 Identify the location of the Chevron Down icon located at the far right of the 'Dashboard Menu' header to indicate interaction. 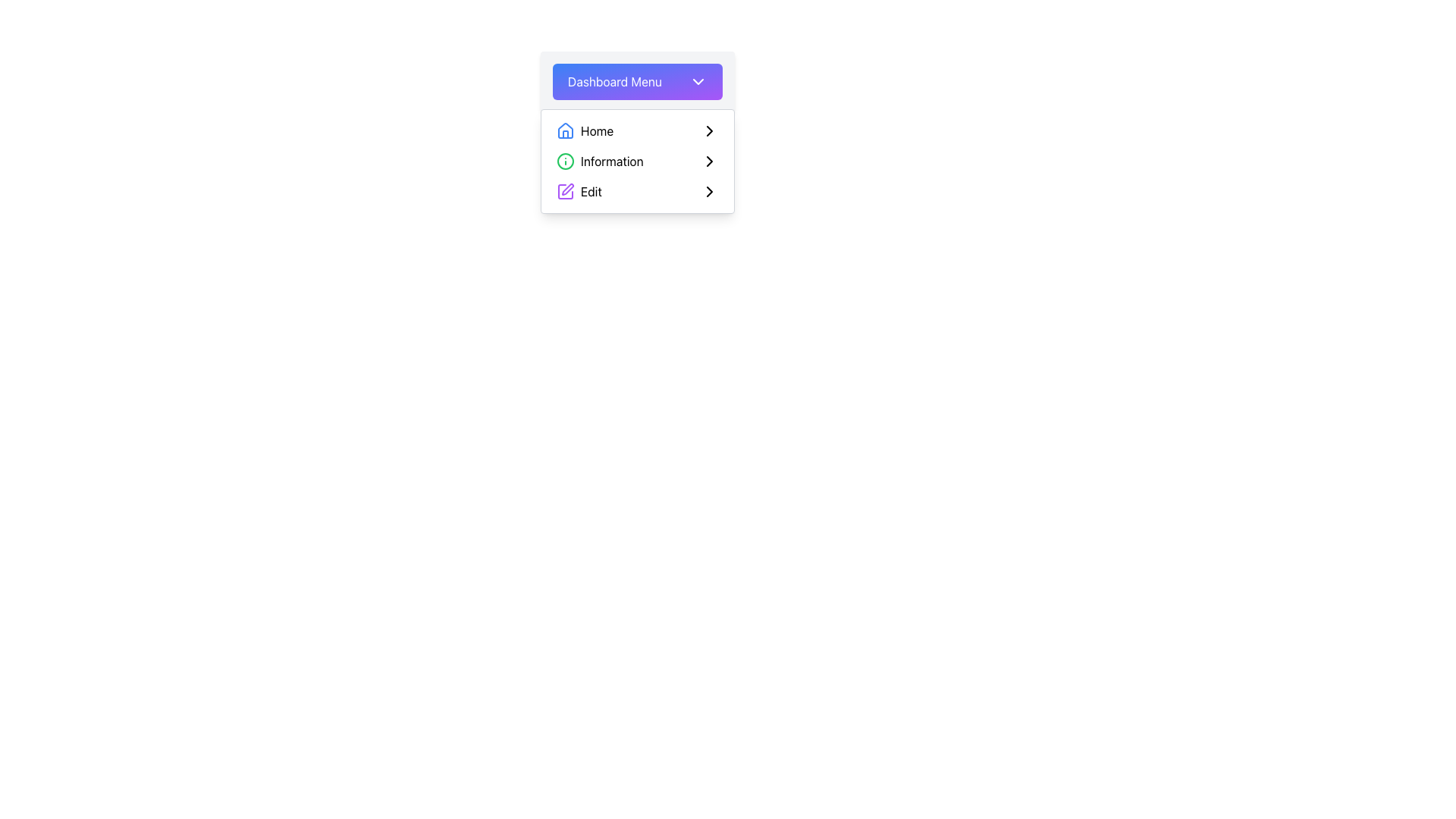
(698, 82).